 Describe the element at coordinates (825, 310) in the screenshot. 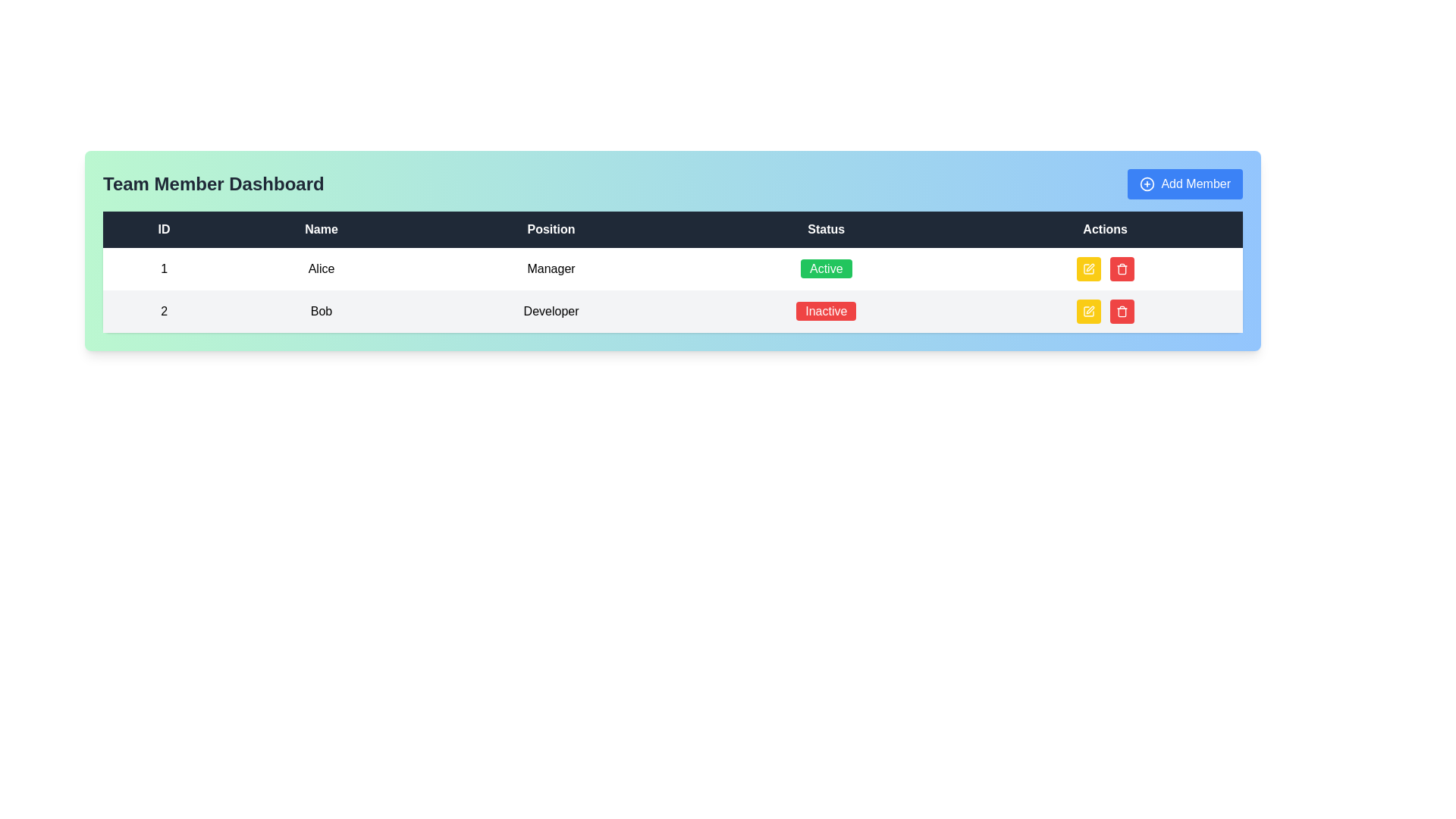

I see `the Status indicator button for team member 'Bob', who is a Developer, located in the second row of the table under the 'Status' column` at that location.